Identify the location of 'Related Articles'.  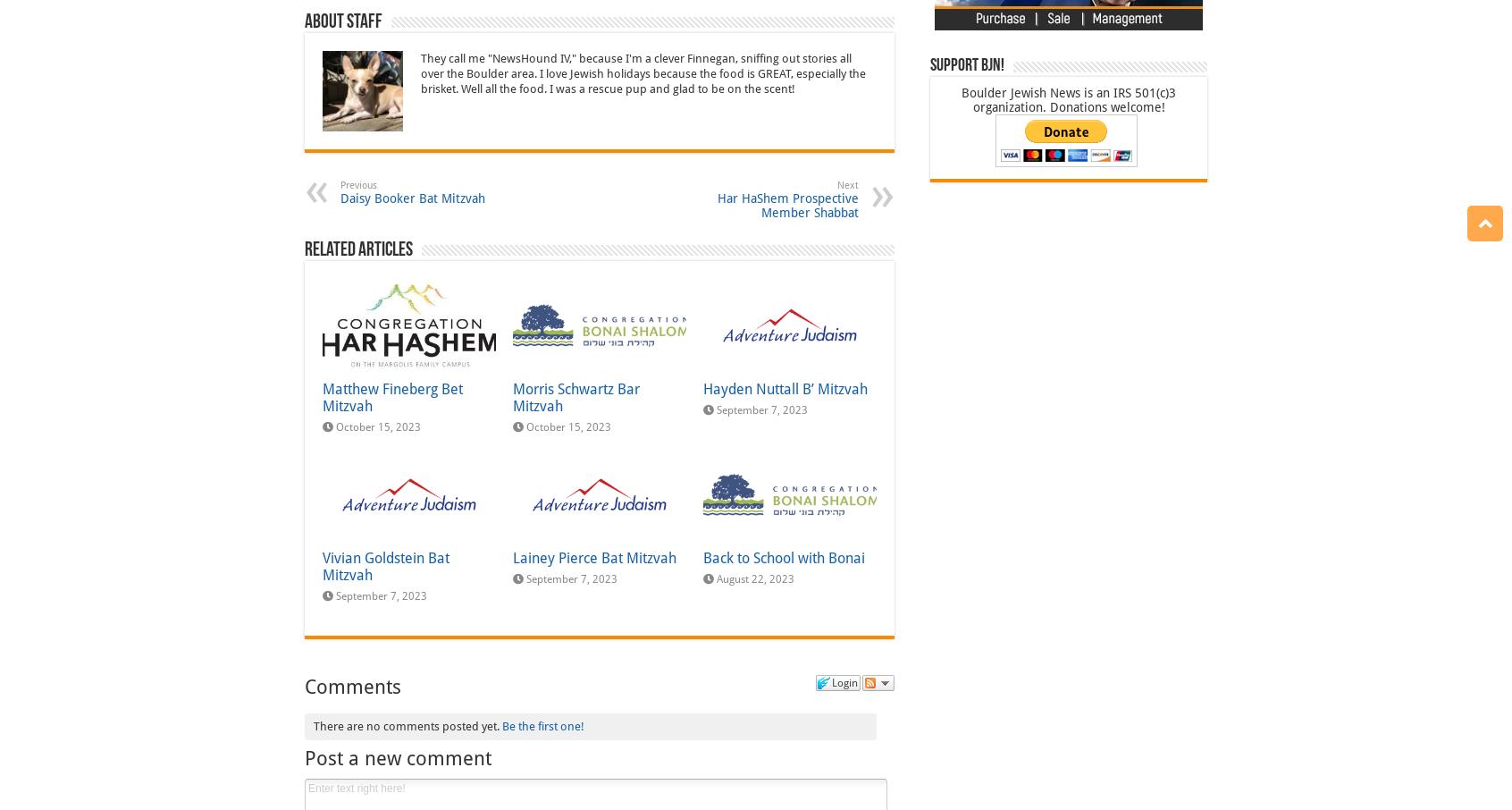
(358, 249).